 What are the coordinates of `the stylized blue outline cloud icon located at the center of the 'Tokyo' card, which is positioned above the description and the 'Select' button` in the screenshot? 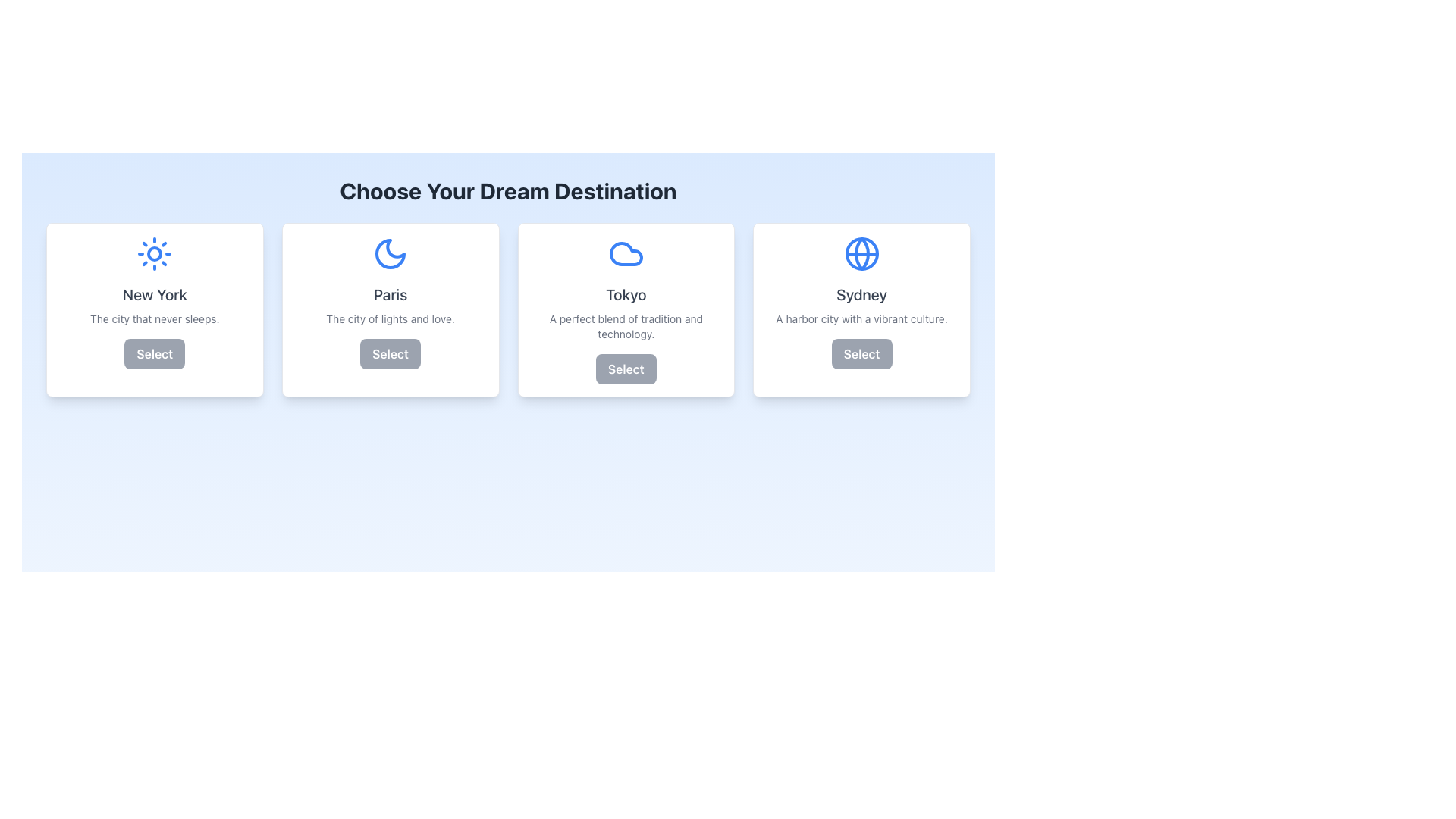 It's located at (626, 253).